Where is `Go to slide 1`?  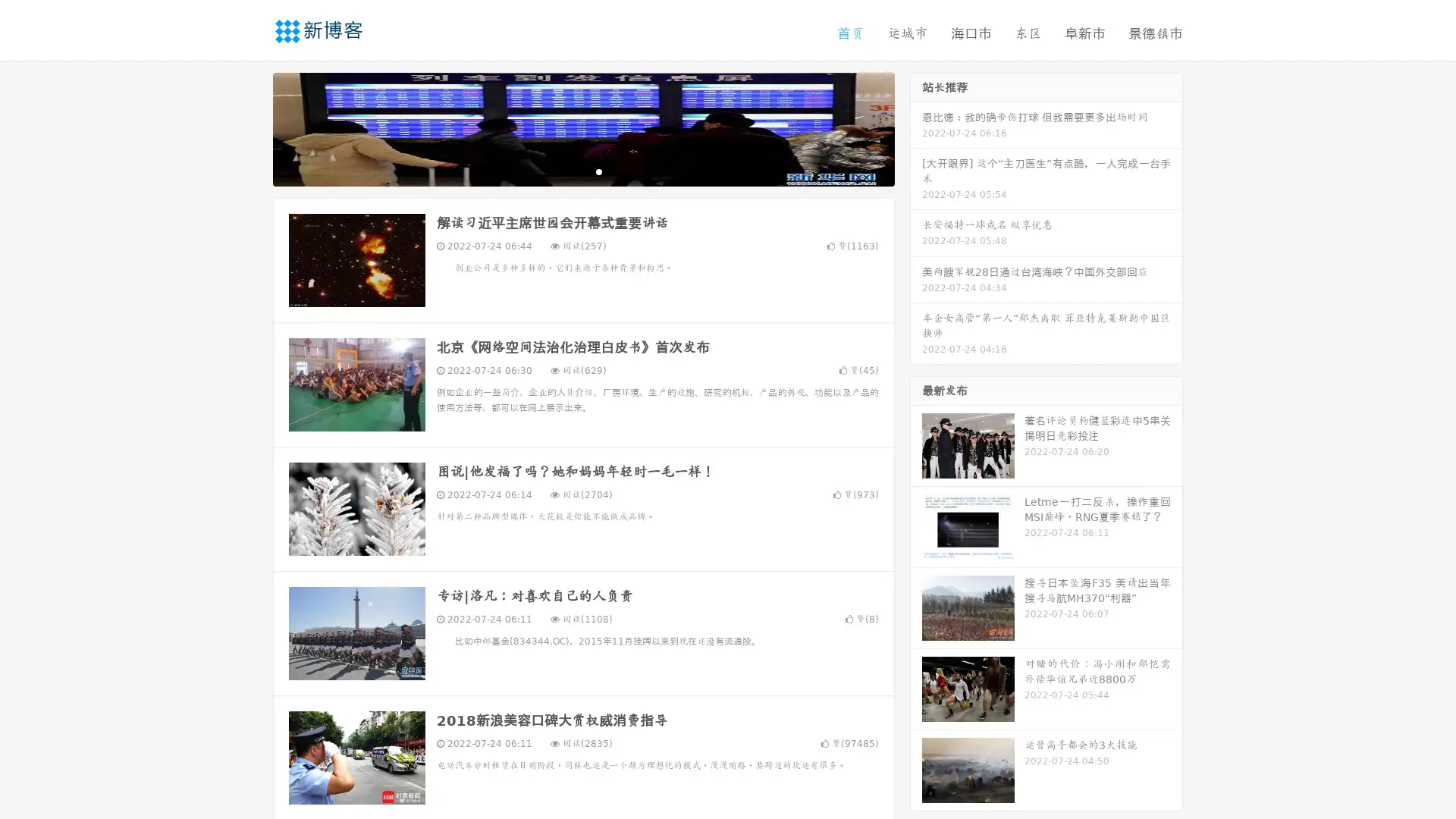
Go to slide 1 is located at coordinates (567, 171).